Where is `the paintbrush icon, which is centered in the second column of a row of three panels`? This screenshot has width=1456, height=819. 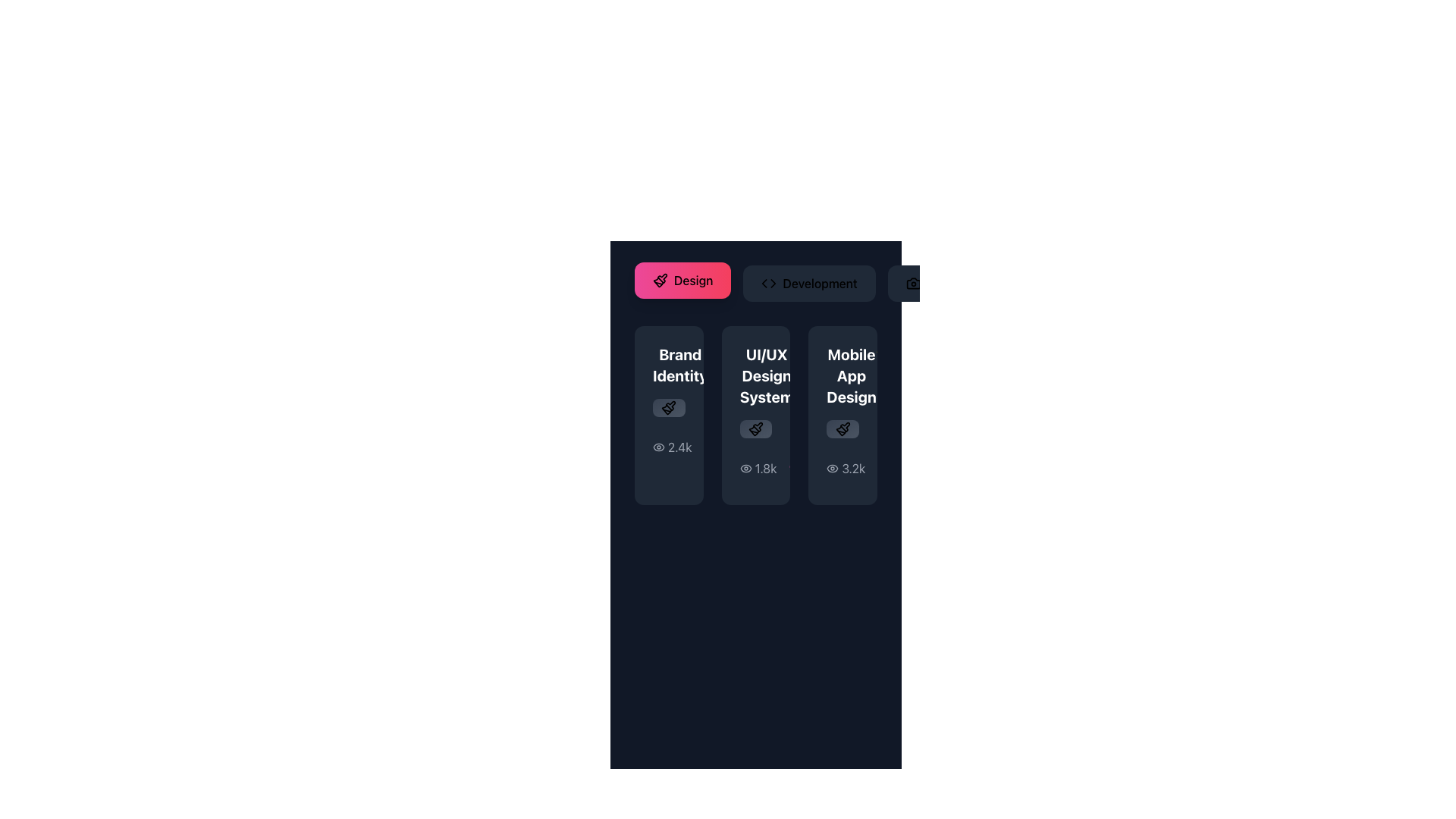 the paintbrush icon, which is centered in the second column of a row of three panels is located at coordinates (756, 429).